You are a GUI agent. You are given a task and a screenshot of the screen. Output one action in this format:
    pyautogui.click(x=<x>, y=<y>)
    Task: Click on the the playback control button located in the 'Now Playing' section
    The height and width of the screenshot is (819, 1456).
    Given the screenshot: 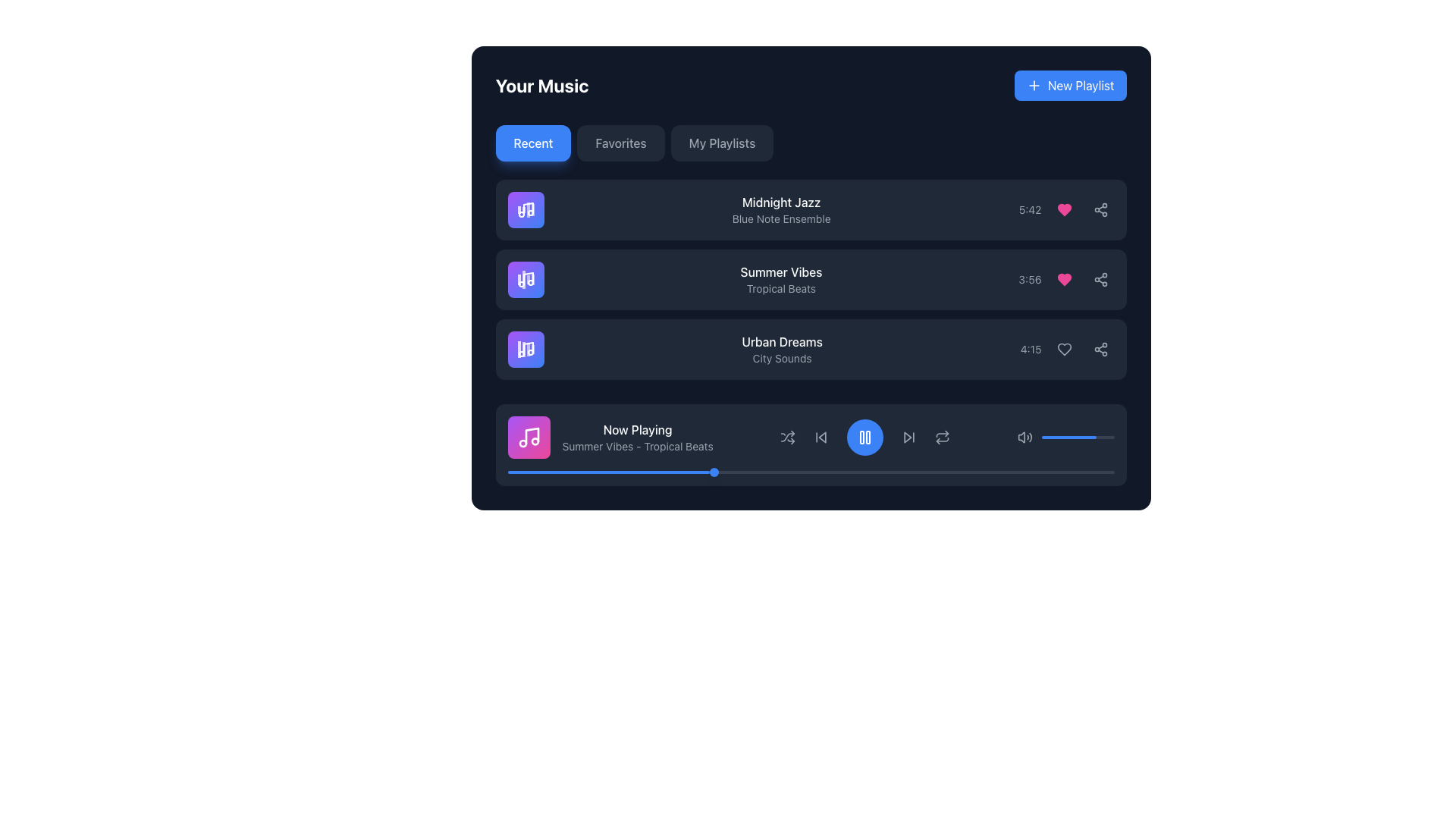 What is the action you would take?
    pyautogui.click(x=865, y=438)
    